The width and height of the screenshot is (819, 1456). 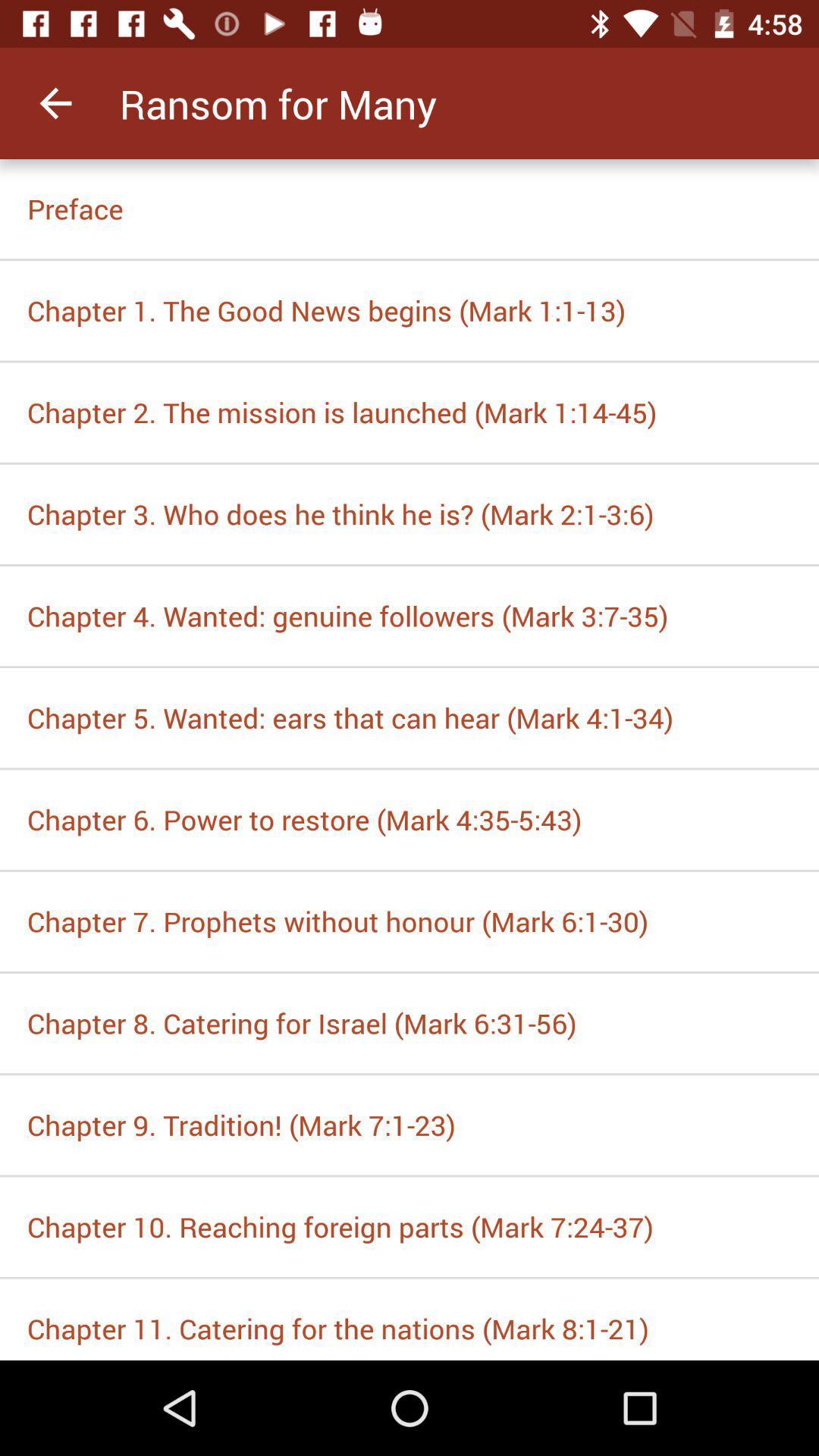 I want to click on the item at the top left corner, so click(x=55, y=102).